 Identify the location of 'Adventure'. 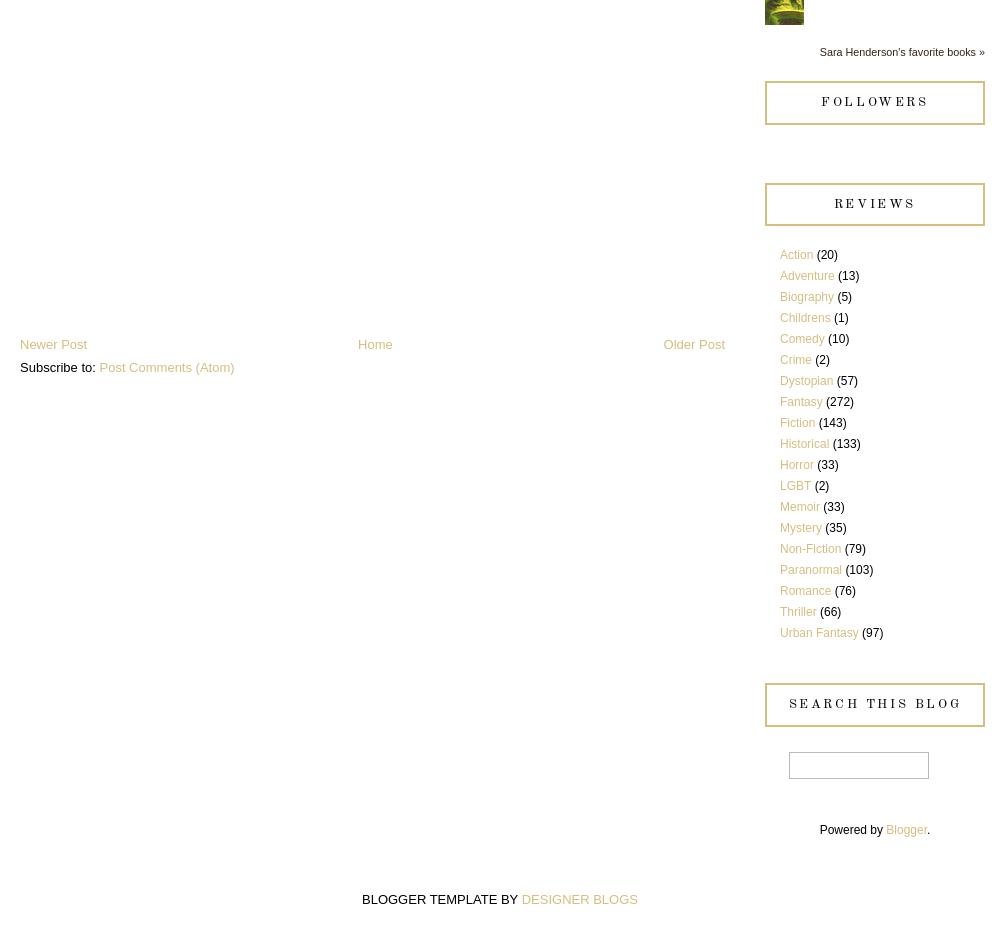
(807, 276).